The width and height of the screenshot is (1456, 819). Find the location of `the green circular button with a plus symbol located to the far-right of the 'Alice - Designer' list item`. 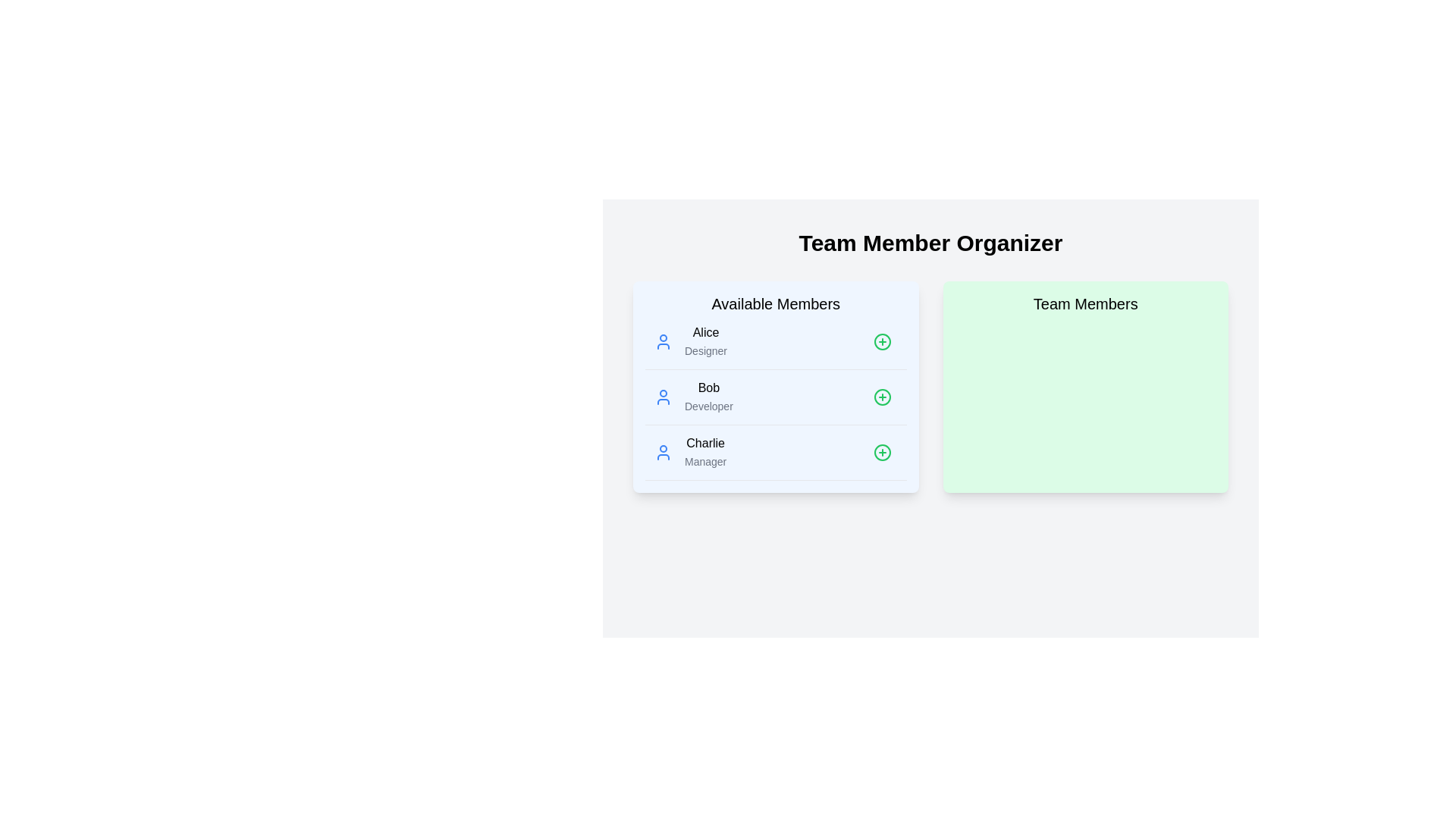

the green circular button with a plus symbol located to the far-right of the 'Alice - Designer' list item is located at coordinates (882, 342).